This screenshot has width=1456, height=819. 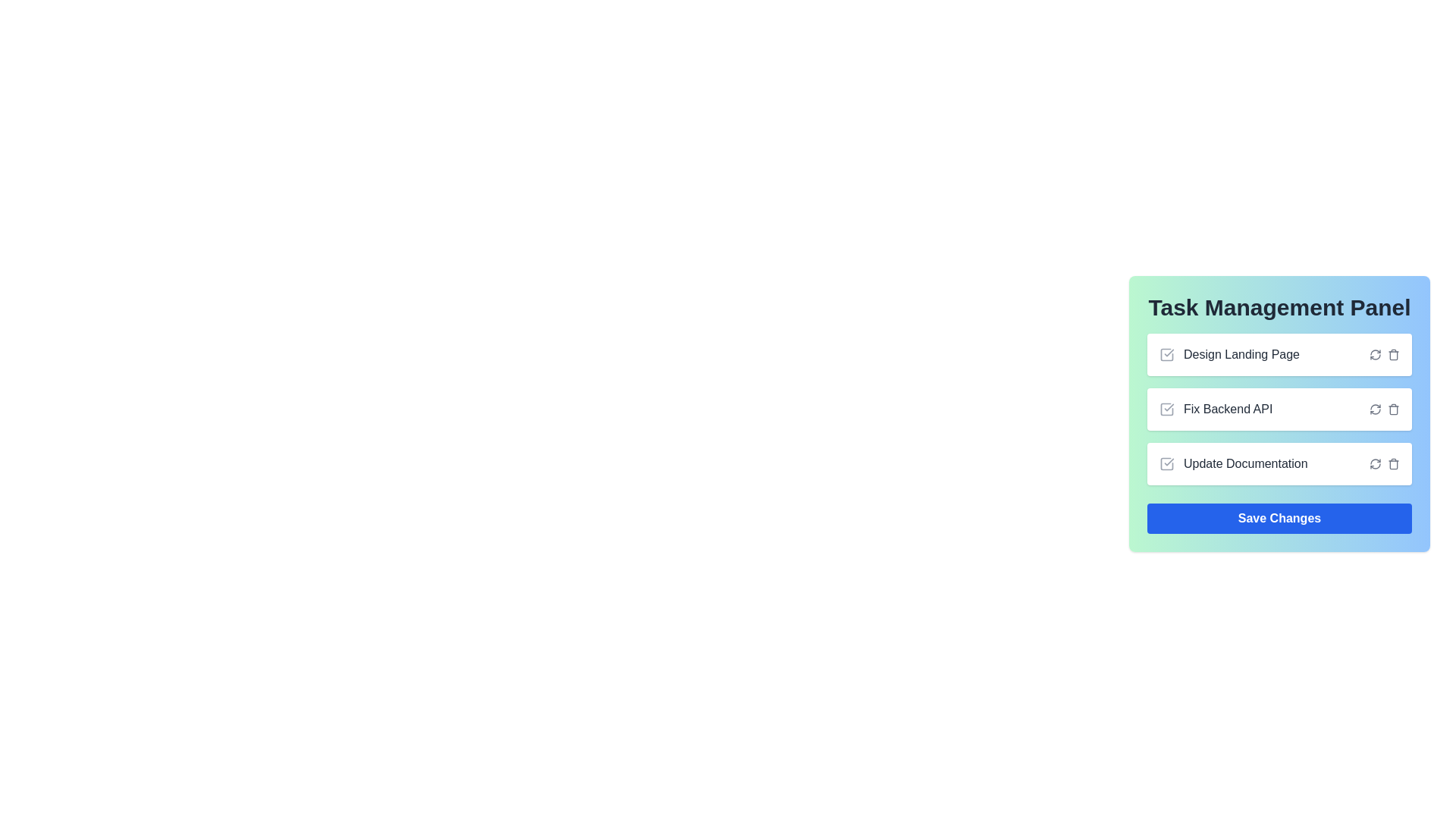 I want to click on the text label in the third row of the Task Management Panel, which is positioned to the right of a checkbox and has two icons to its right, so click(x=1245, y=463).